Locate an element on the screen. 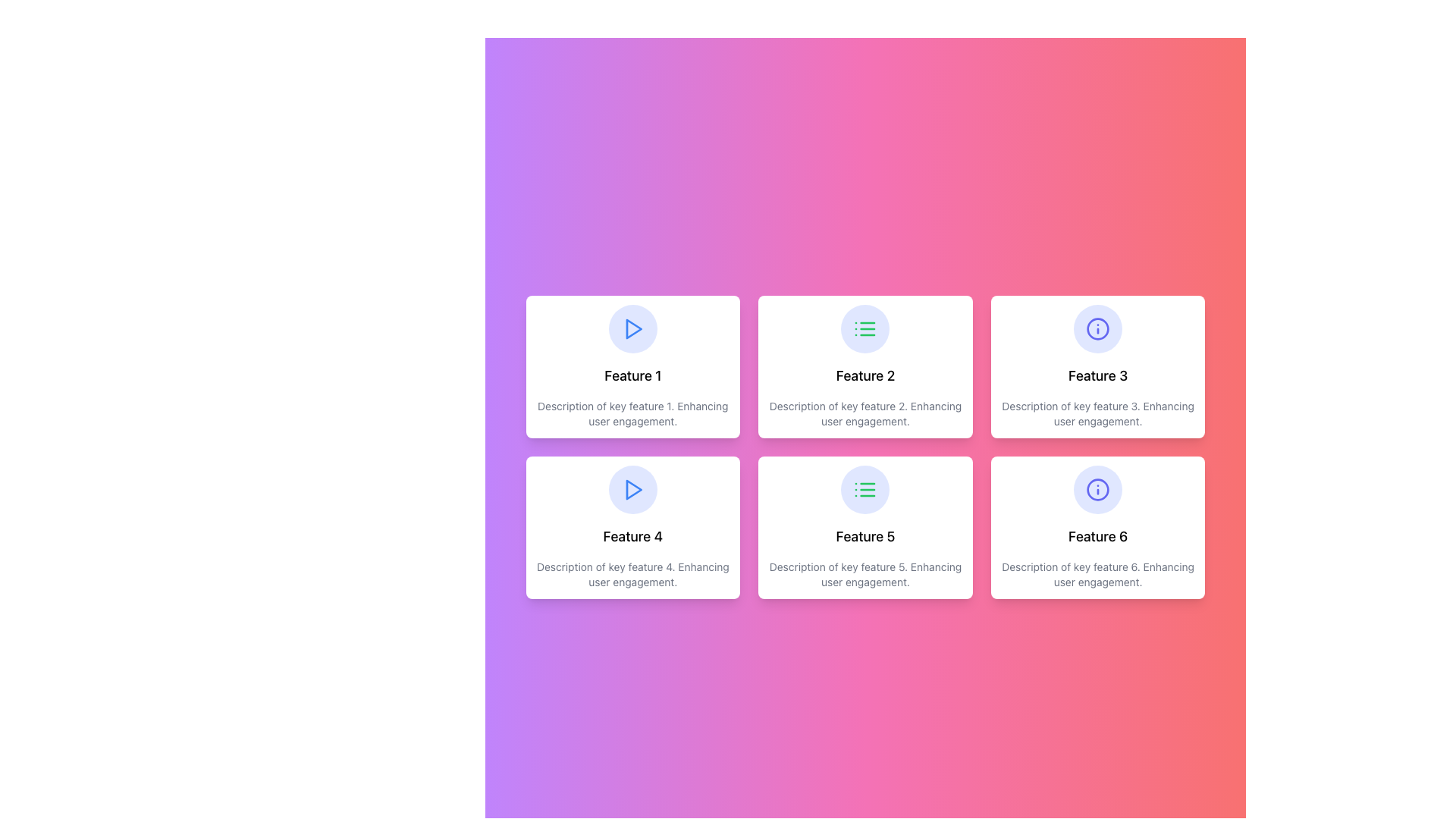  the text label element displaying 'Feature 6', which is centrally aligned below an icon within the sixth card of a grid layout is located at coordinates (1098, 536).